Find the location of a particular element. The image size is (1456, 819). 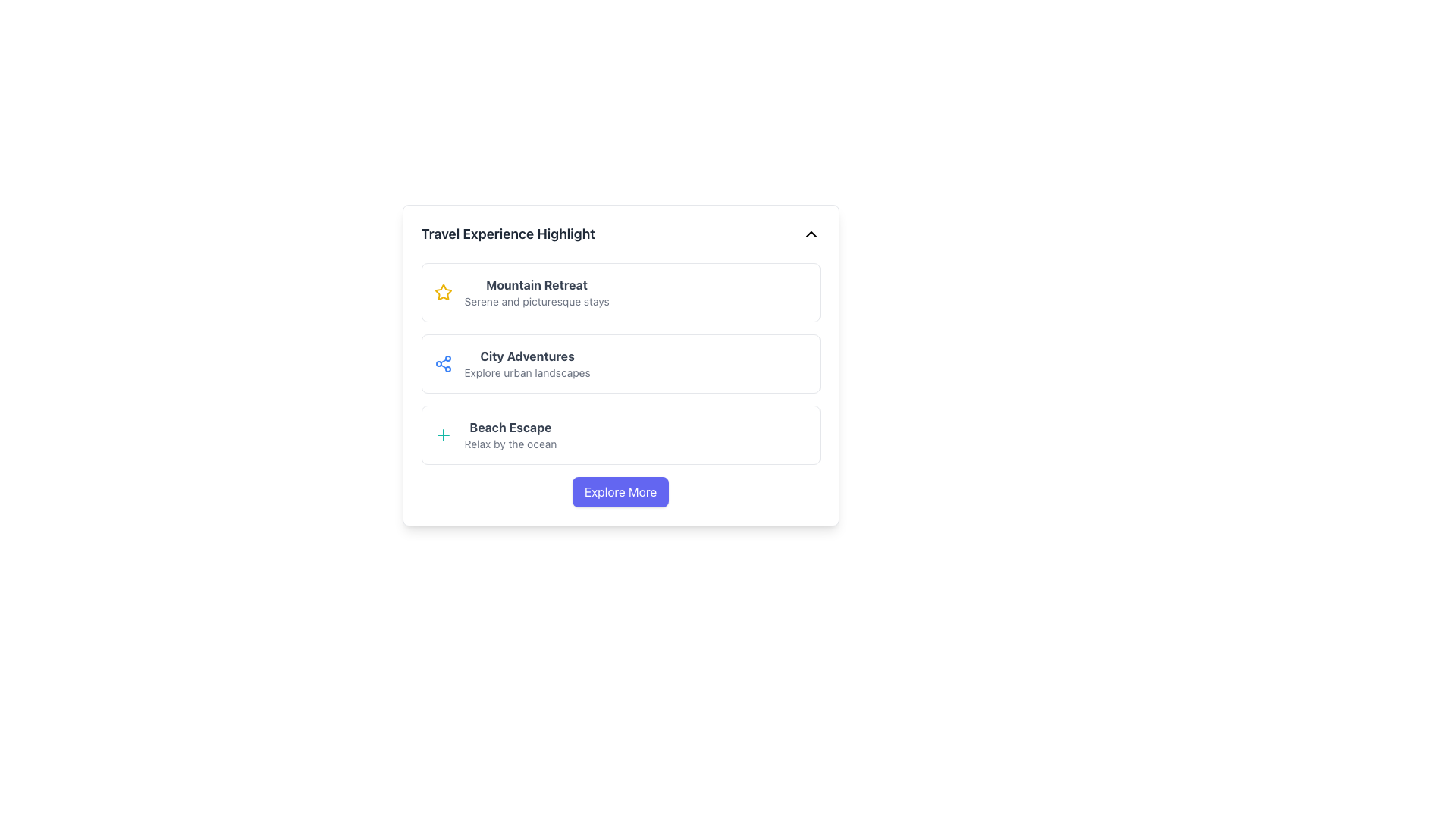

the small upward-pointing chevron icon located in the upper right corner of the 'Travel Experience Highlight' section is located at coordinates (810, 234).